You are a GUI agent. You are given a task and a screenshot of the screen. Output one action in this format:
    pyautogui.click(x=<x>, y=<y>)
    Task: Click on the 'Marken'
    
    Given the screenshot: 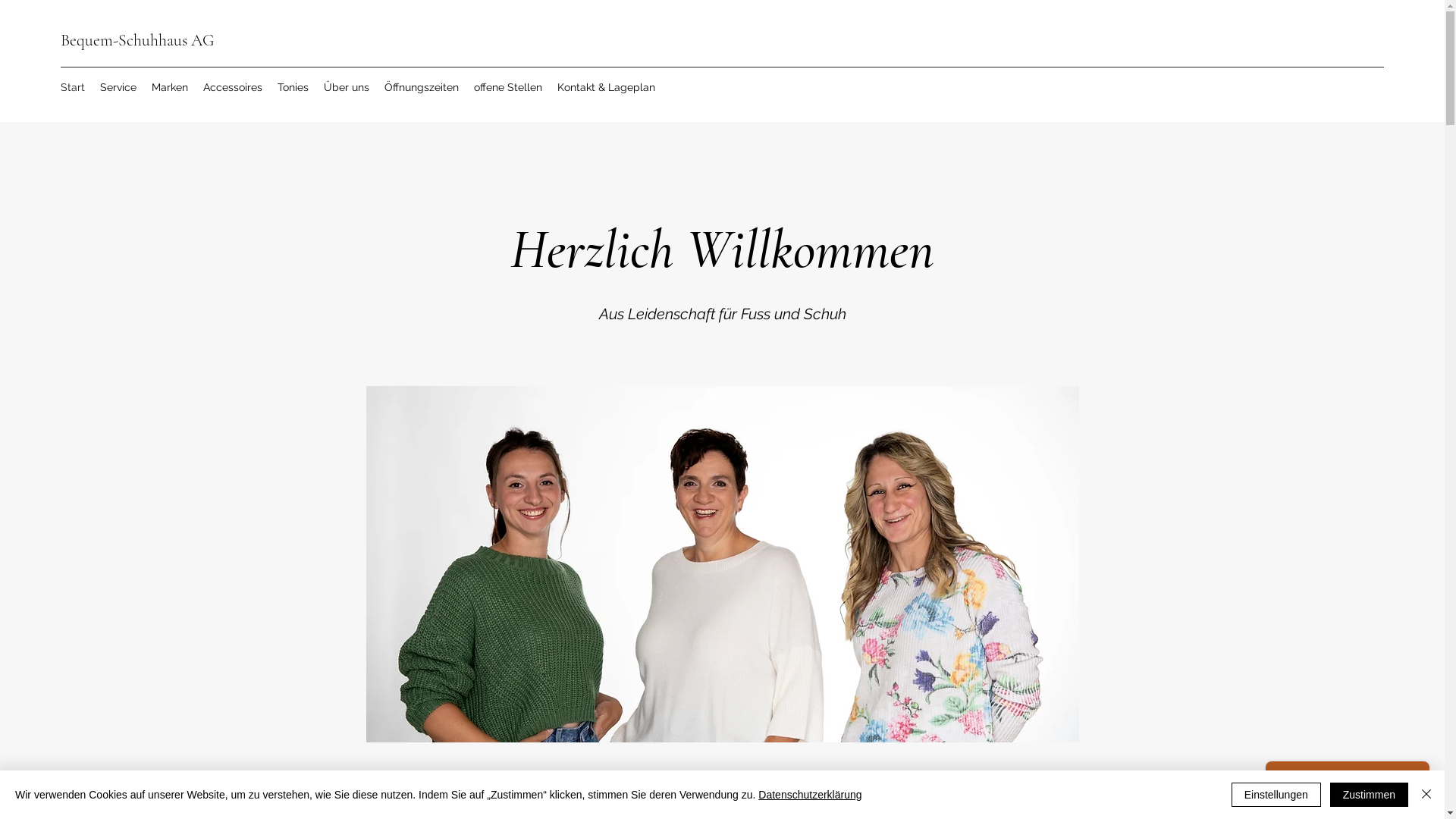 What is the action you would take?
    pyautogui.click(x=170, y=87)
    